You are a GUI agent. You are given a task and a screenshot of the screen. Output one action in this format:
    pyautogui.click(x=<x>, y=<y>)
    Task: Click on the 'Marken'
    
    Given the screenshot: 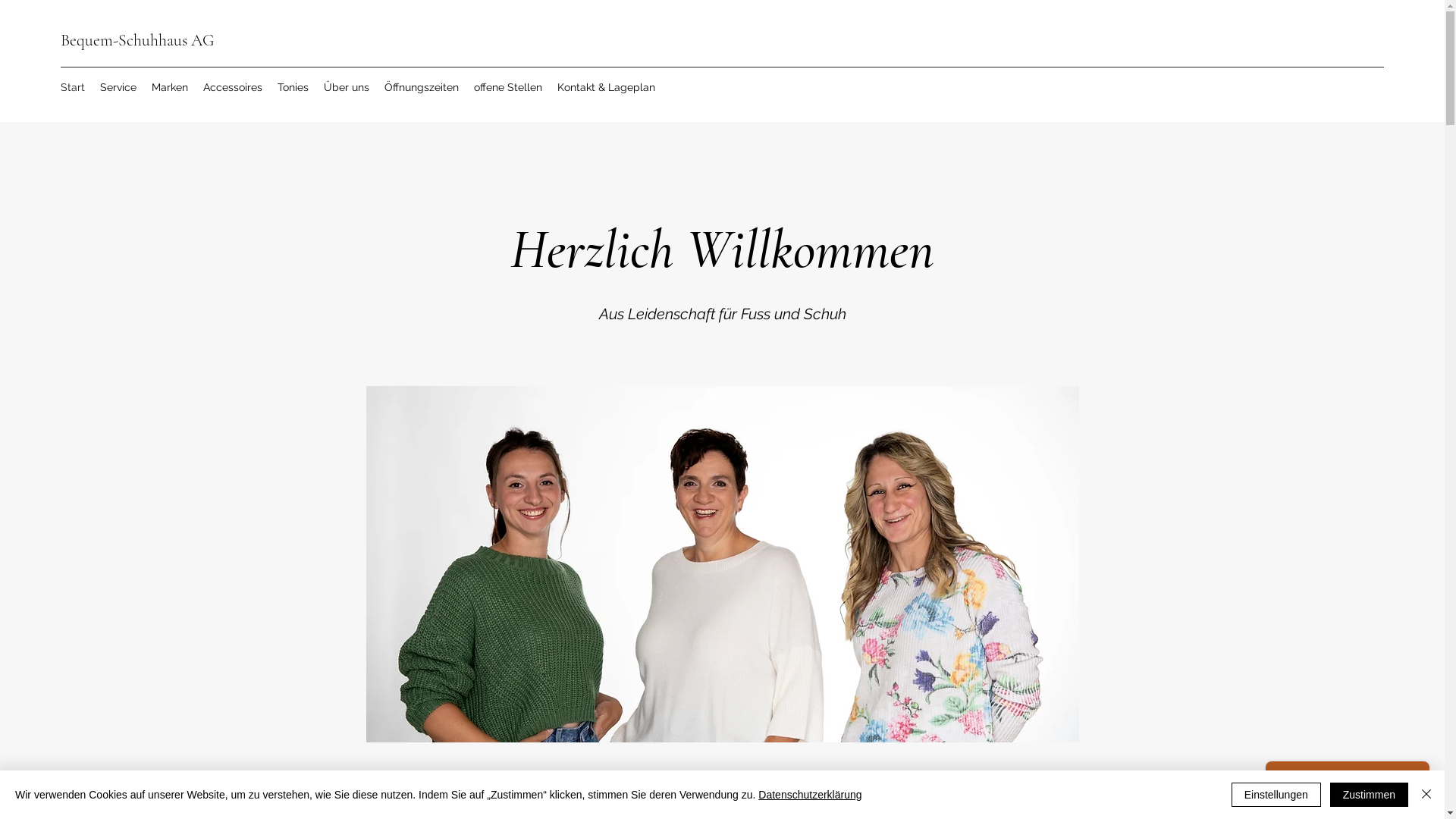 What is the action you would take?
    pyautogui.click(x=170, y=87)
    